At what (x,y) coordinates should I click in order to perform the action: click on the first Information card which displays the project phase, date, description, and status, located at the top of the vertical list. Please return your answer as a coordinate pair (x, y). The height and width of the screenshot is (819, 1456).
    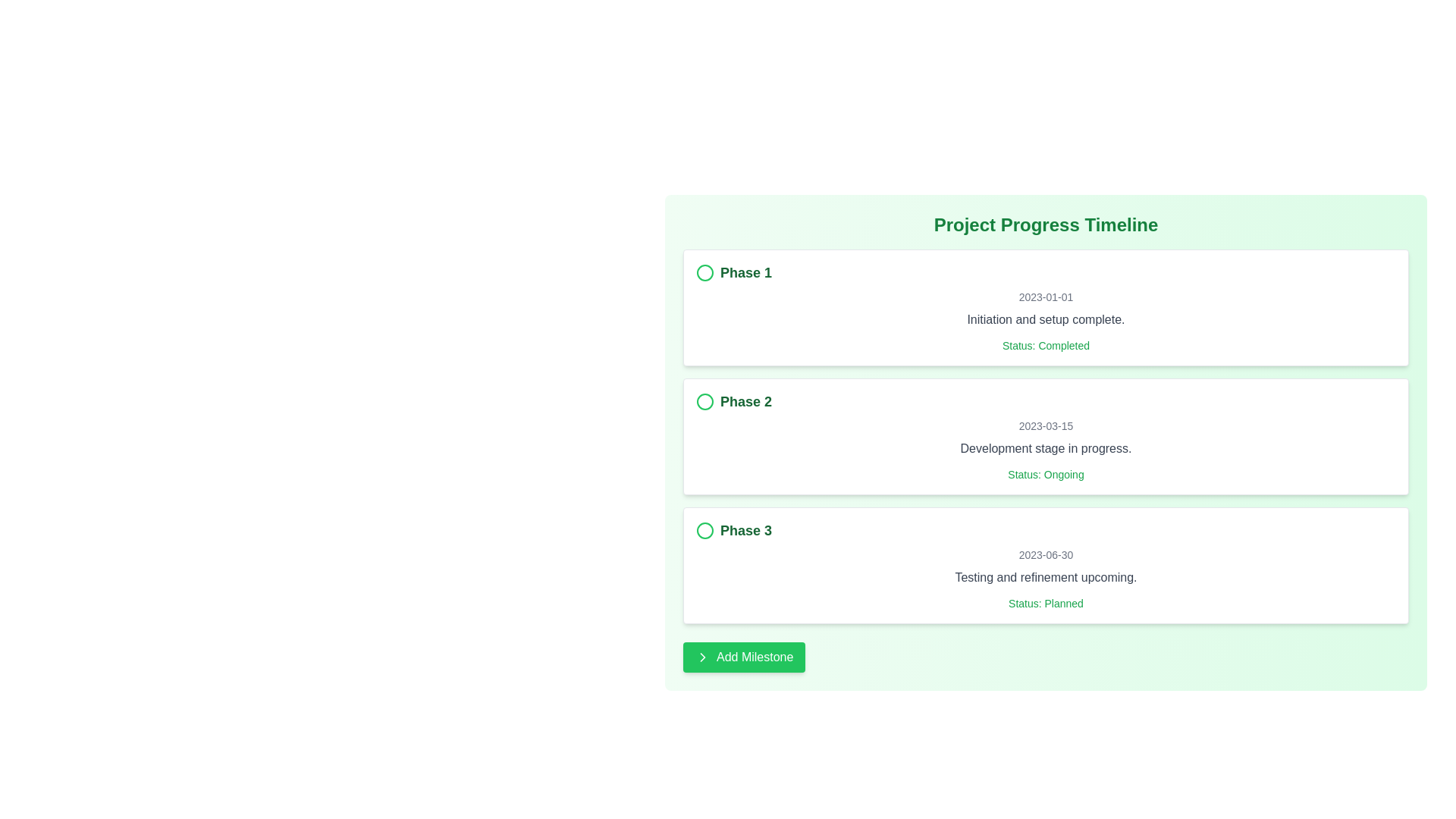
    Looking at the image, I should click on (1045, 307).